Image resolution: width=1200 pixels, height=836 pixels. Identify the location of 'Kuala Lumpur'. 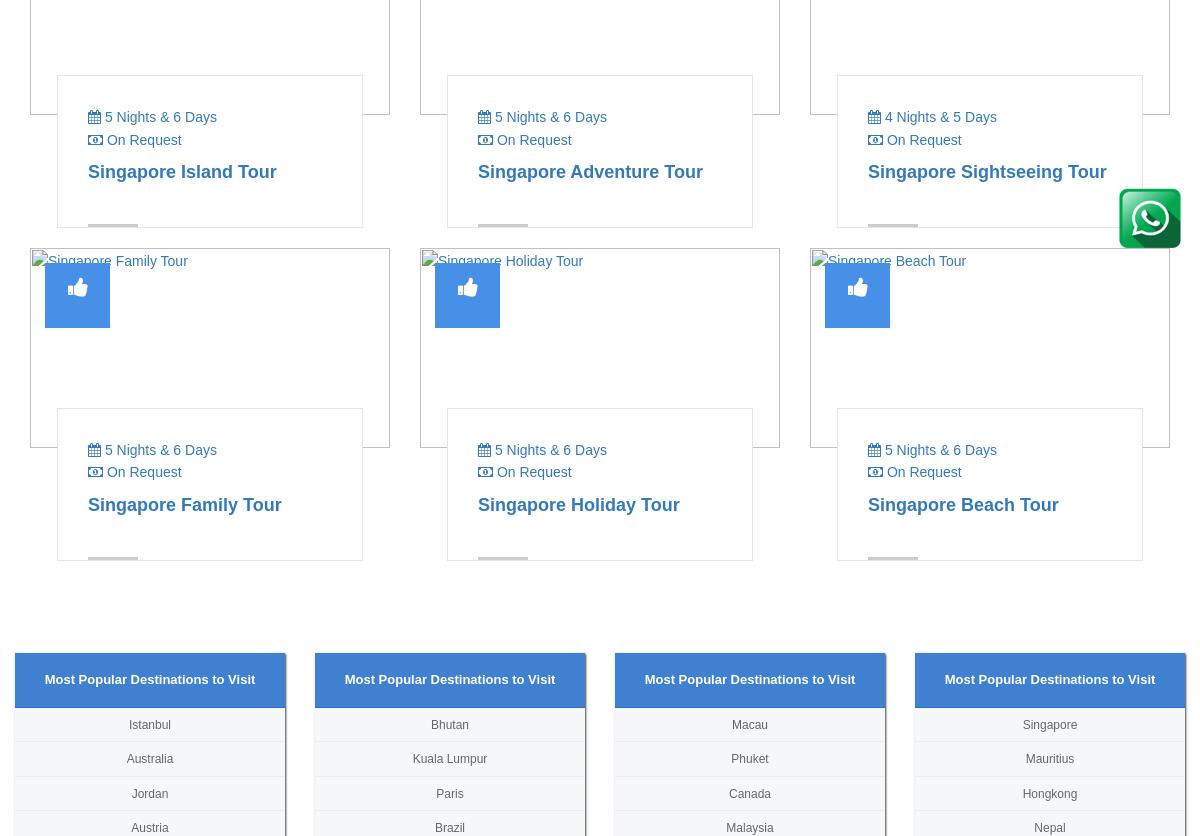
(449, 758).